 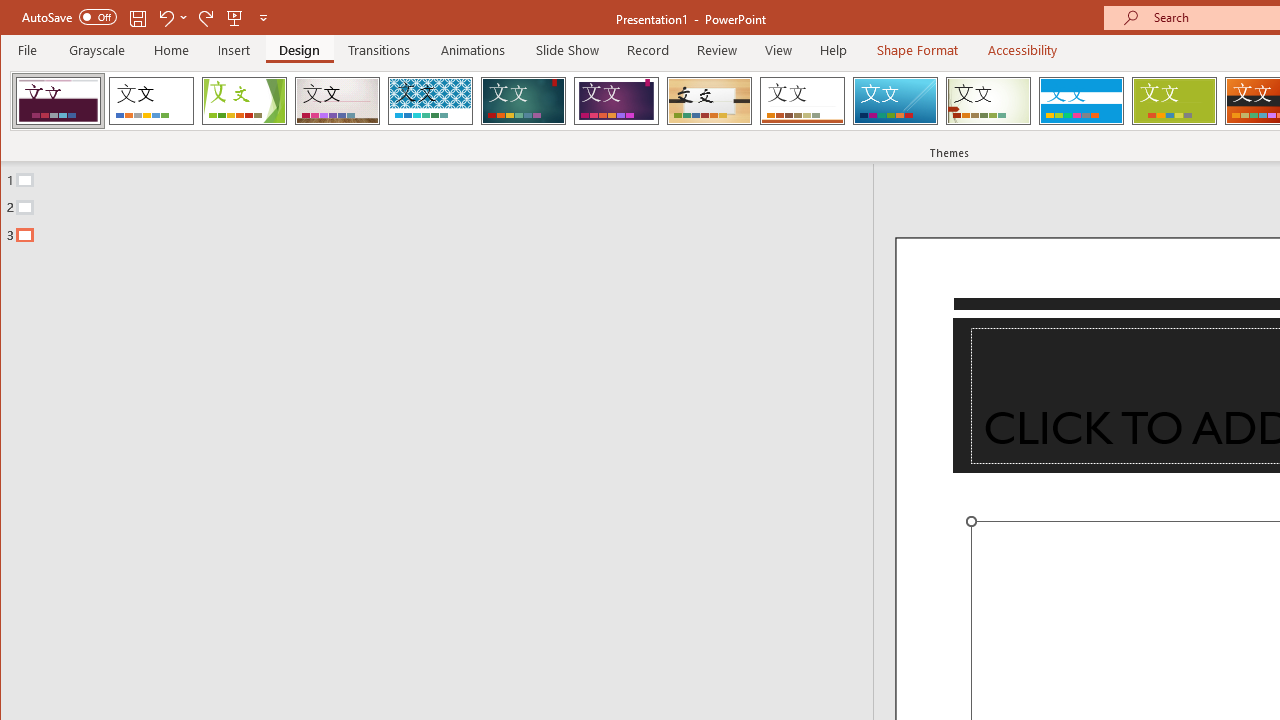 I want to click on 'Organic', so click(x=709, y=100).